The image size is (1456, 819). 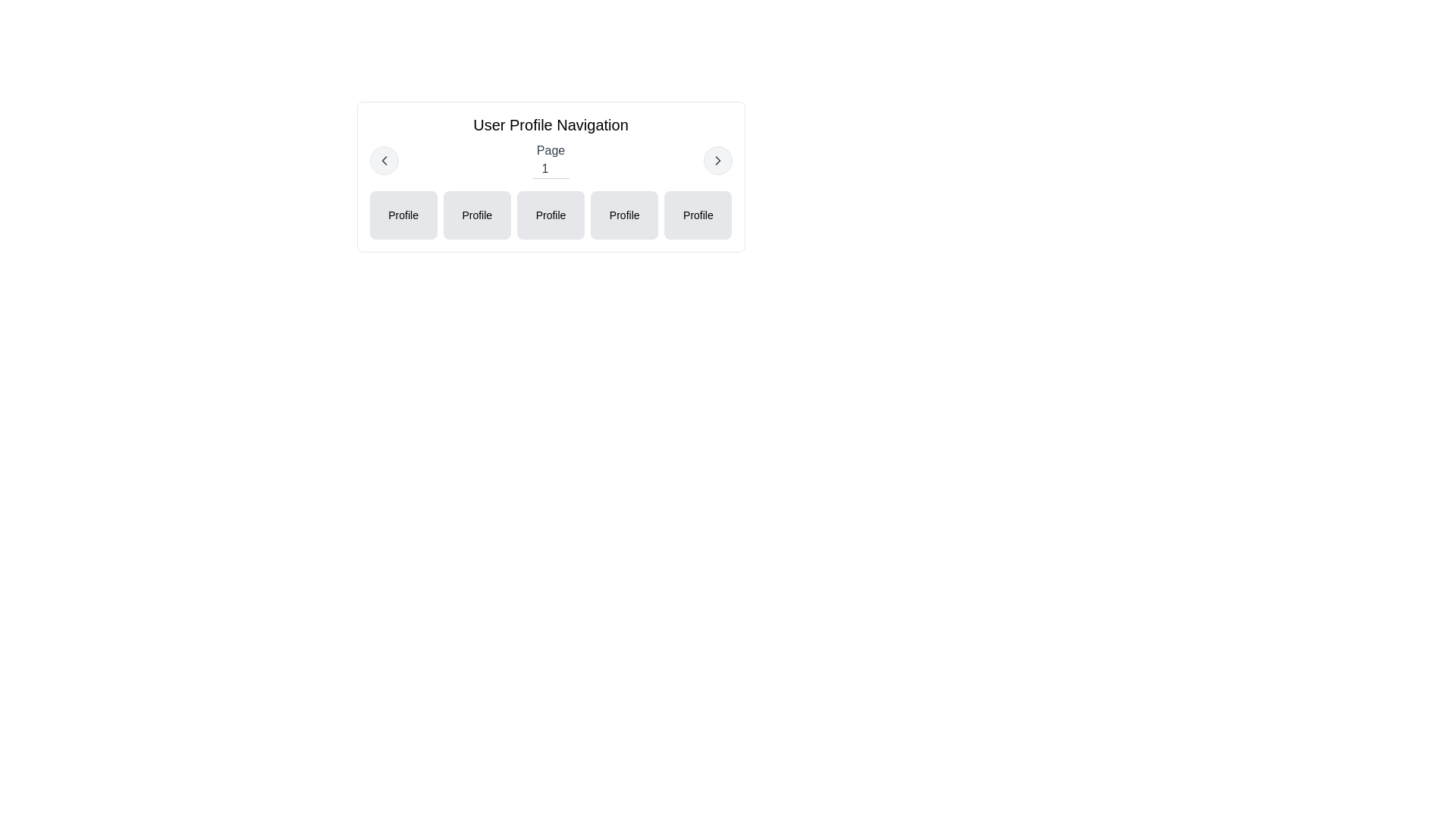 I want to click on the rightmost navigation button in the 'User Profile Navigation' interface, so click(x=717, y=160).